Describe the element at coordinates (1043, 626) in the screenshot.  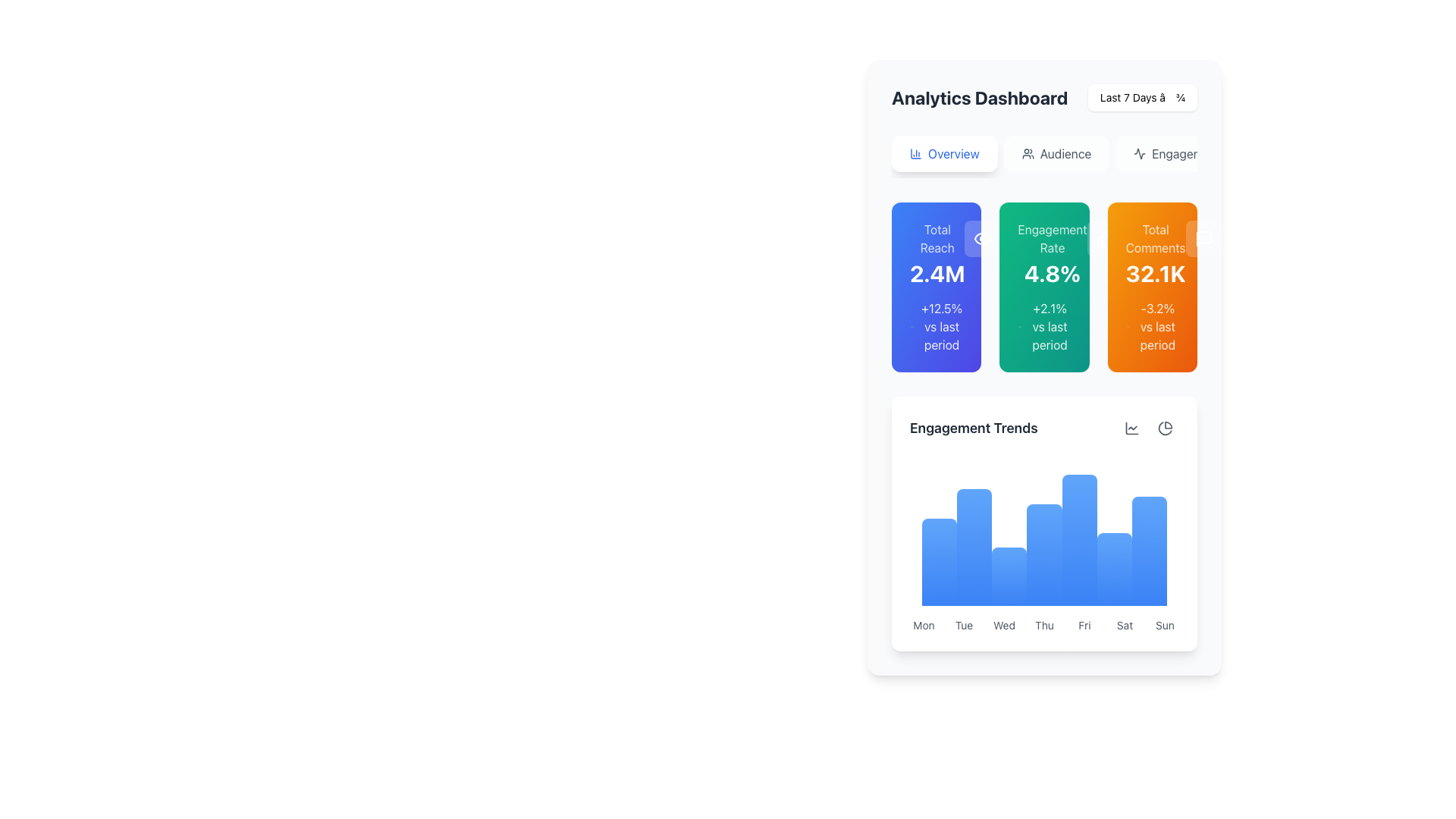
I see `the text label 'Thu' in the Engagement Trends section` at that location.